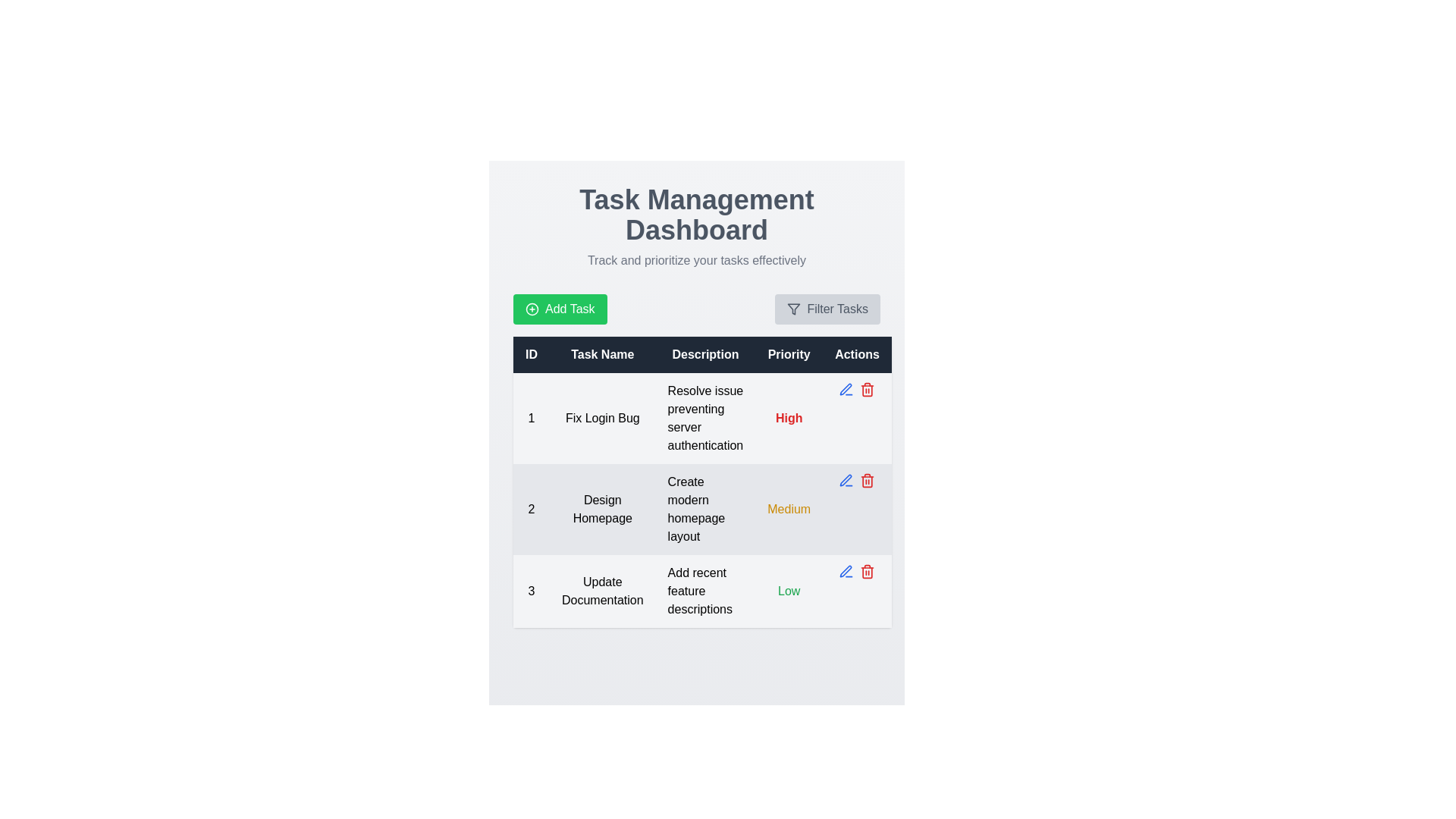 Image resolution: width=1456 pixels, height=819 pixels. What do you see at coordinates (601, 418) in the screenshot?
I see `the text label displaying 'Fix Login Bug' located in the second cell of the first row under the 'Task Name' column in the task management table` at bounding box center [601, 418].